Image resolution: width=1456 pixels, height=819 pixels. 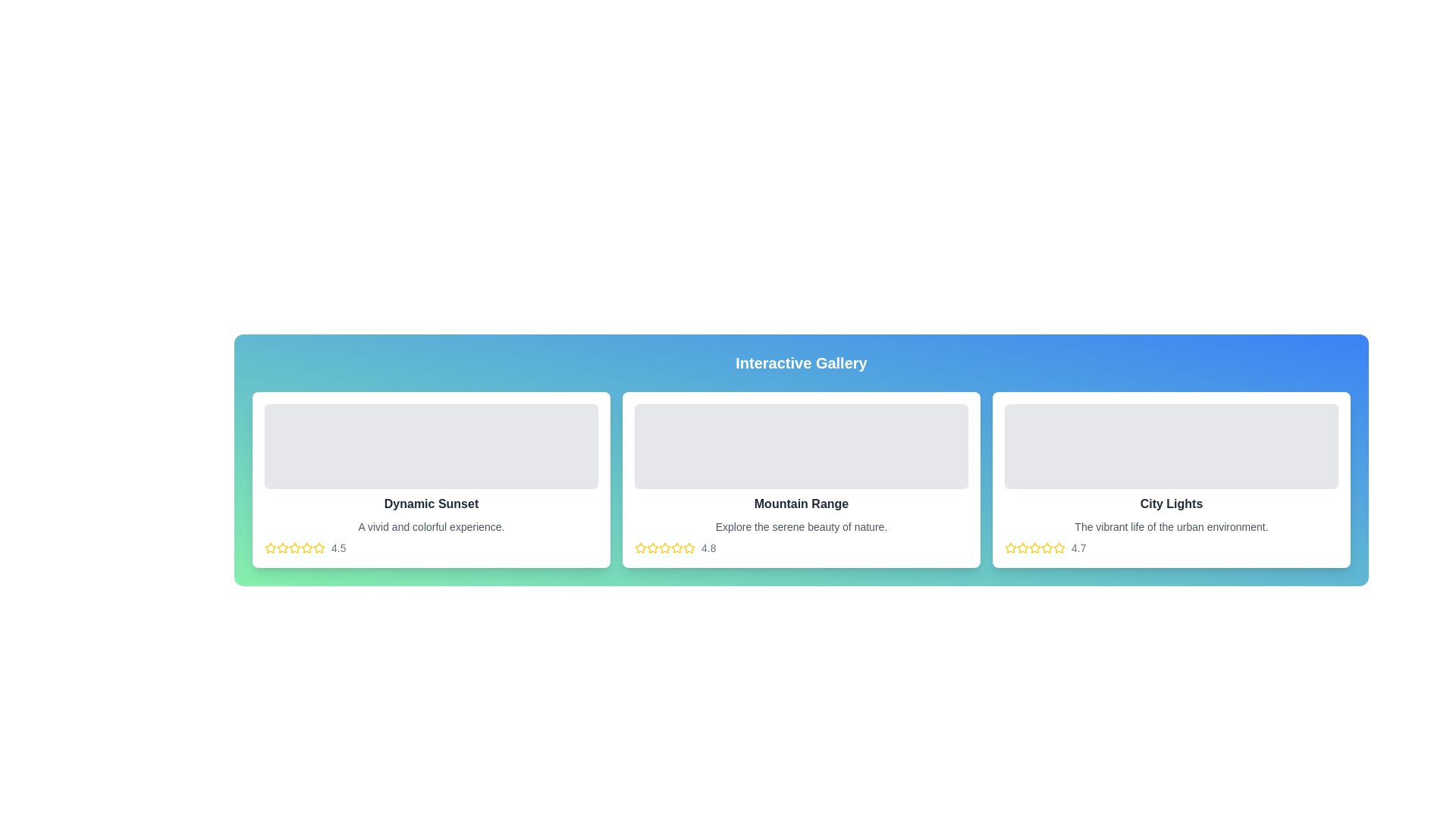 I want to click on the fourth star in the star rating system under the 'City Lights' card to choose a specific rating, so click(x=1046, y=547).